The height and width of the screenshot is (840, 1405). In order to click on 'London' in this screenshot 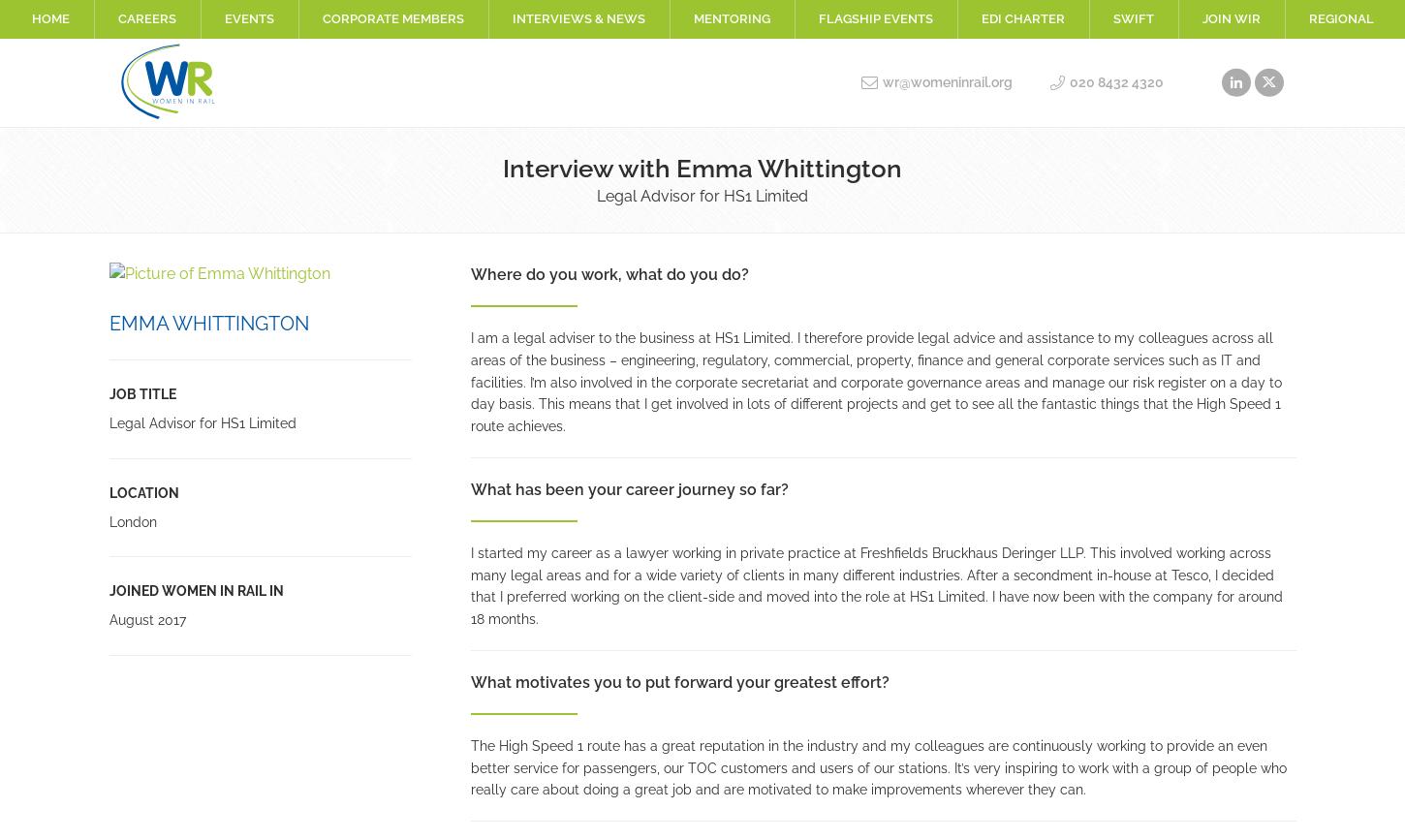, I will do `click(131, 519)`.